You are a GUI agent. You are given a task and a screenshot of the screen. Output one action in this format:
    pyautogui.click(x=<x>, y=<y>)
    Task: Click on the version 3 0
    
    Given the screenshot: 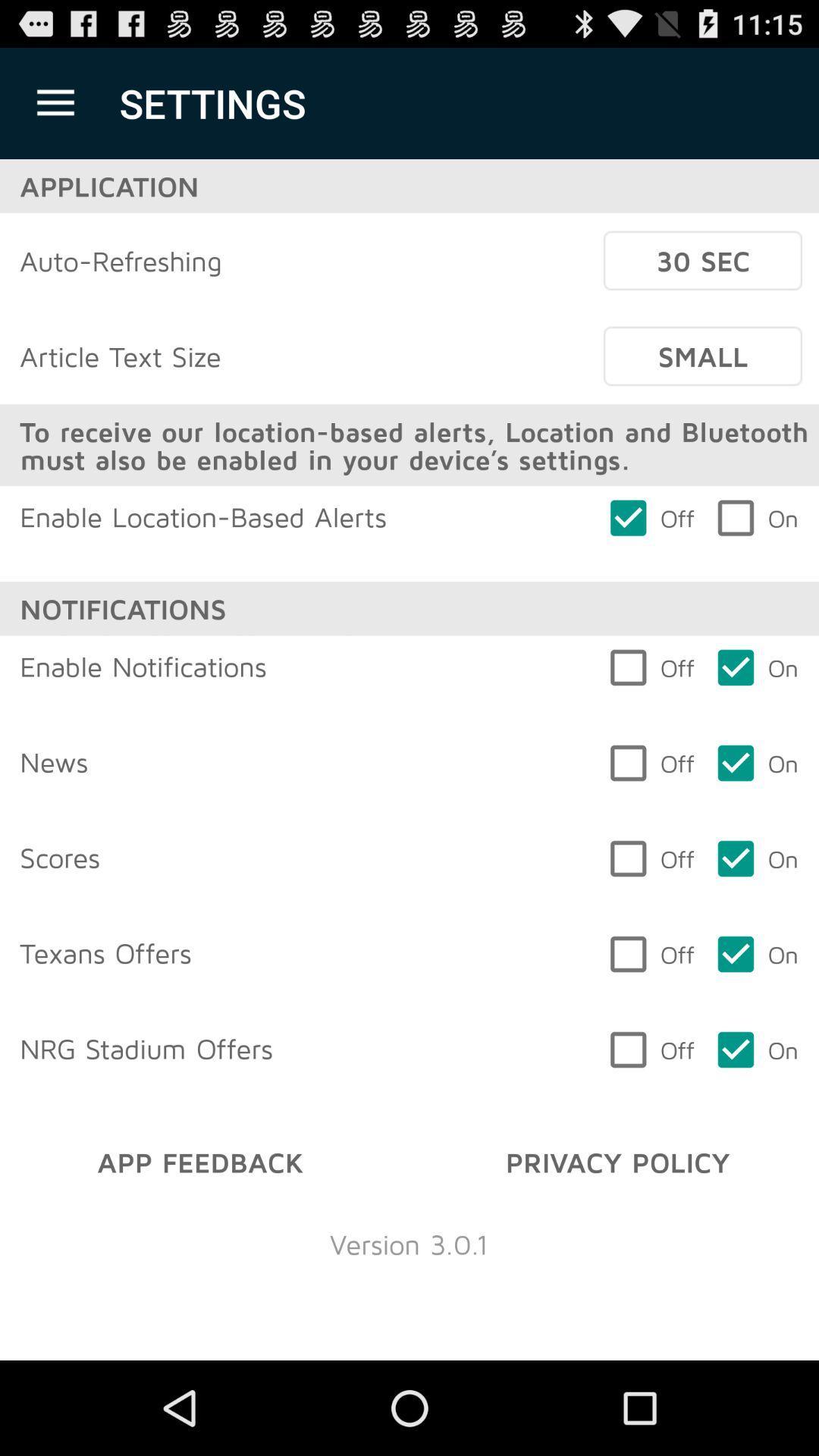 What is the action you would take?
    pyautogui.click(x=408, y=1244)
    